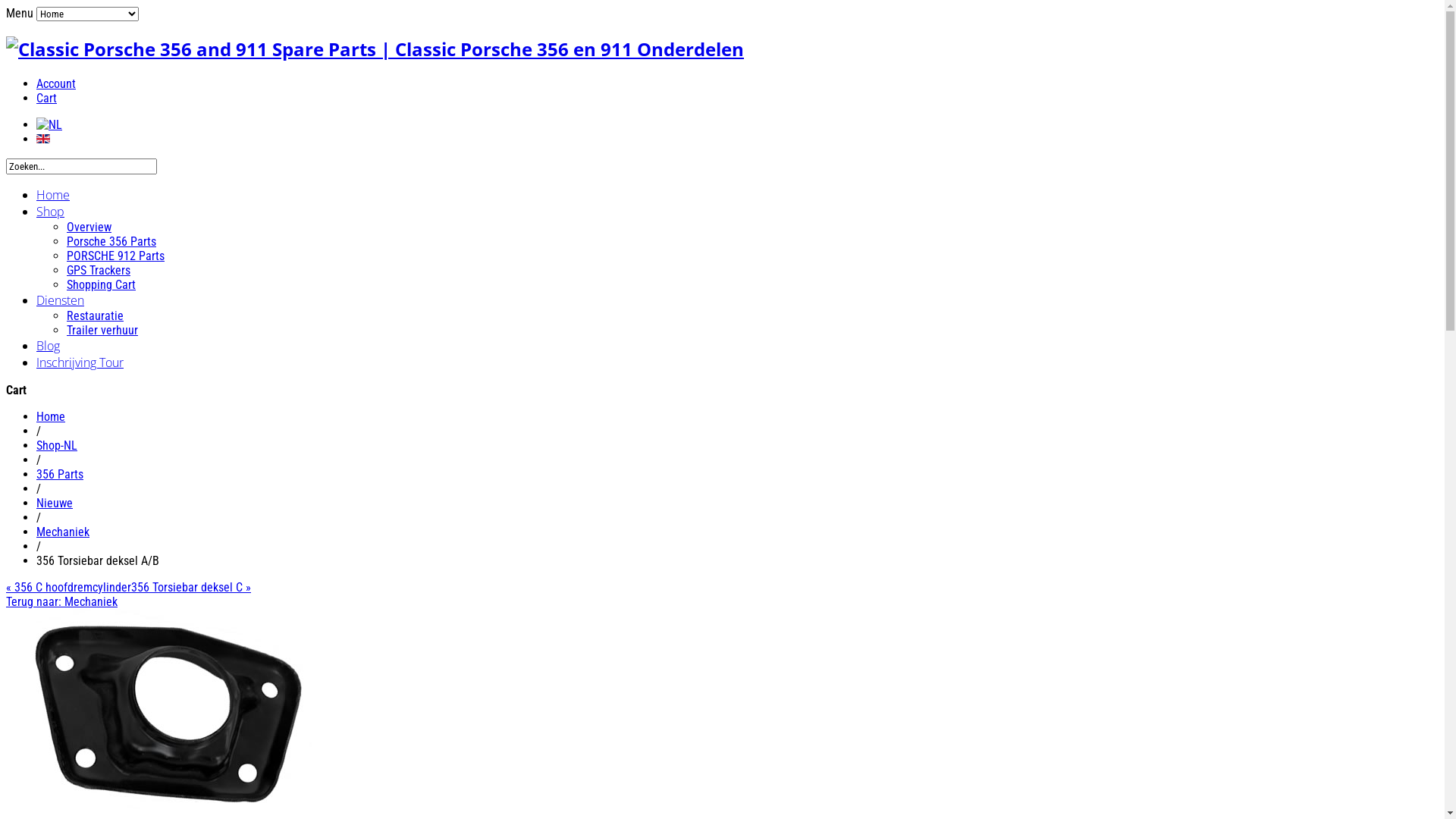 The image size is (1456, 819). Describe the element at coordinates (61, 531) in the screenshot. I see `'Mechaniek'` at that location.